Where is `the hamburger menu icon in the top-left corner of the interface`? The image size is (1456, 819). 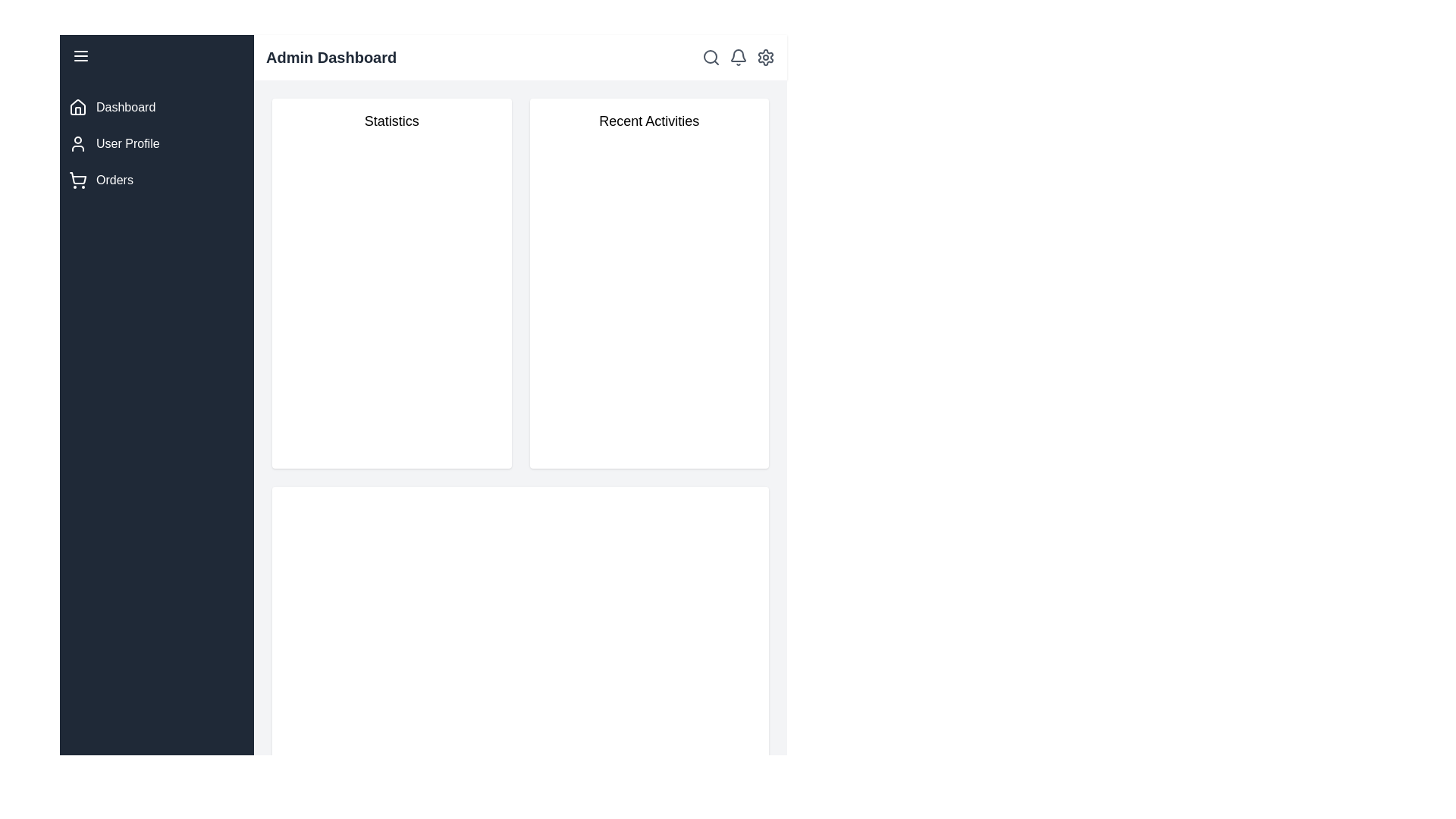 the hamburger menu icon in the top-left corner of the interface is located at coordinates (80, 55).